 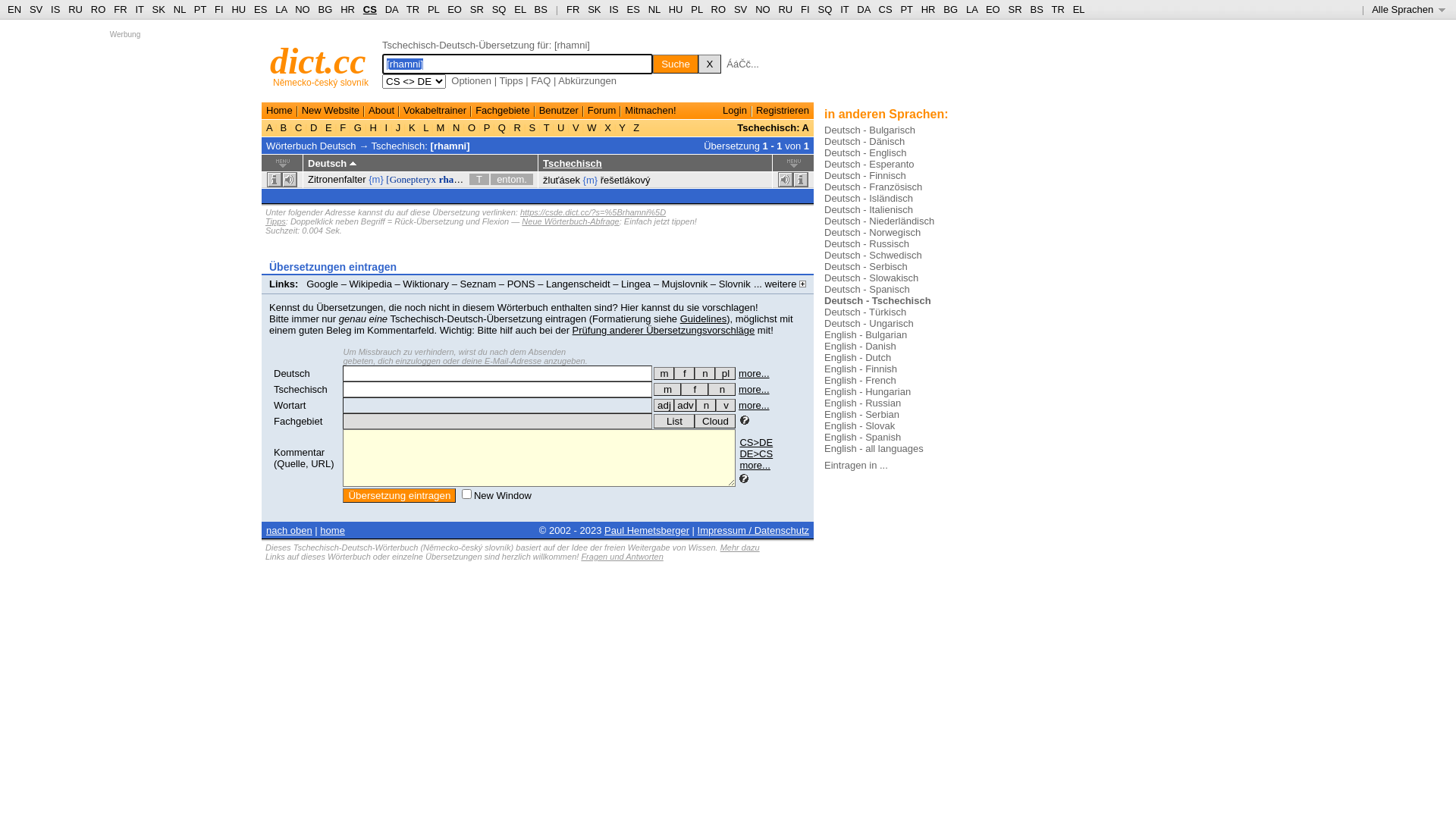 What do you see at coordinates (291, 373) in the screenshot?
I see `'Deutsch'` at bounding box center [291, 373].